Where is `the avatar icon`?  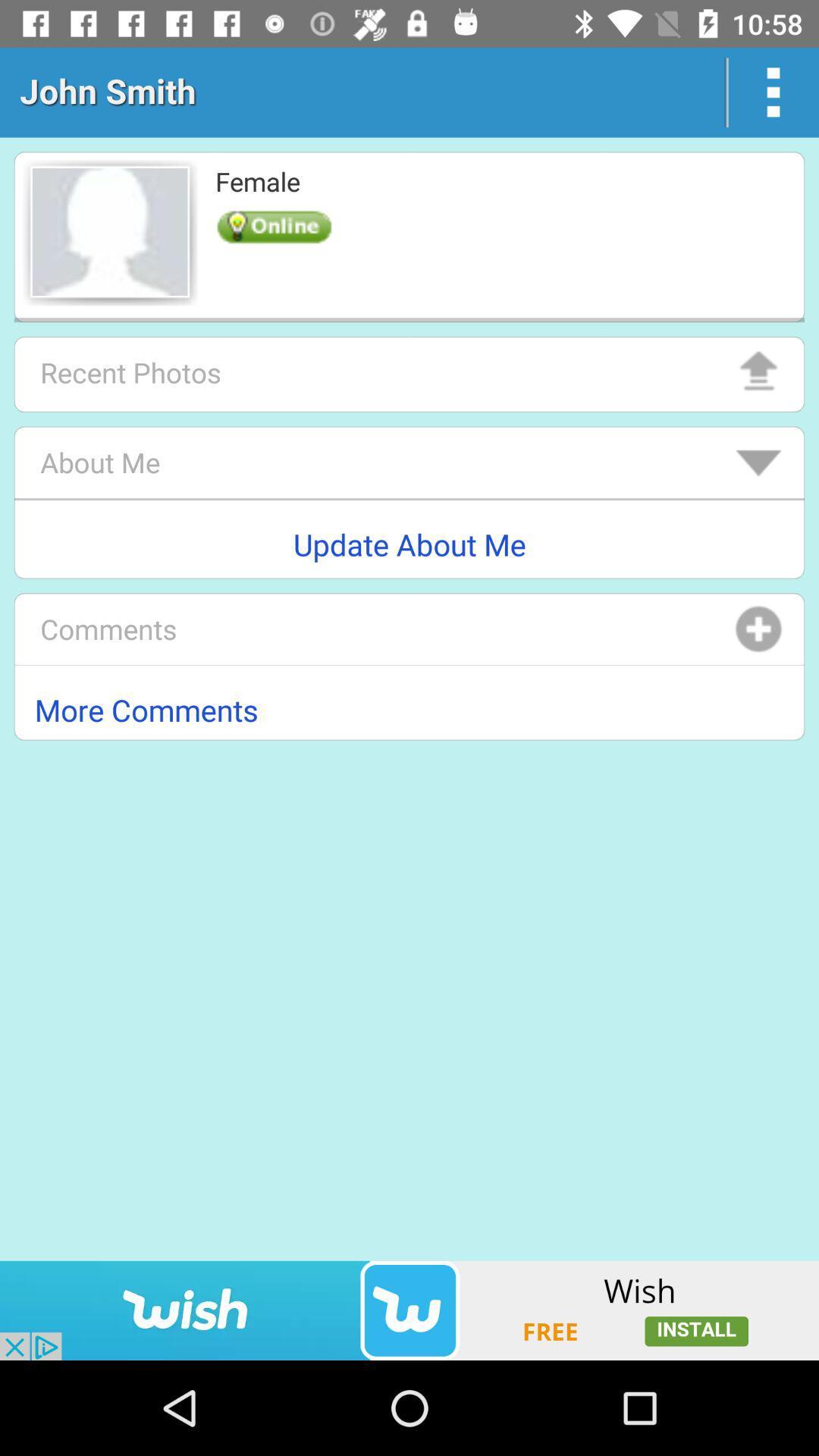
the avatar icon is located at coordinates (109, 231).